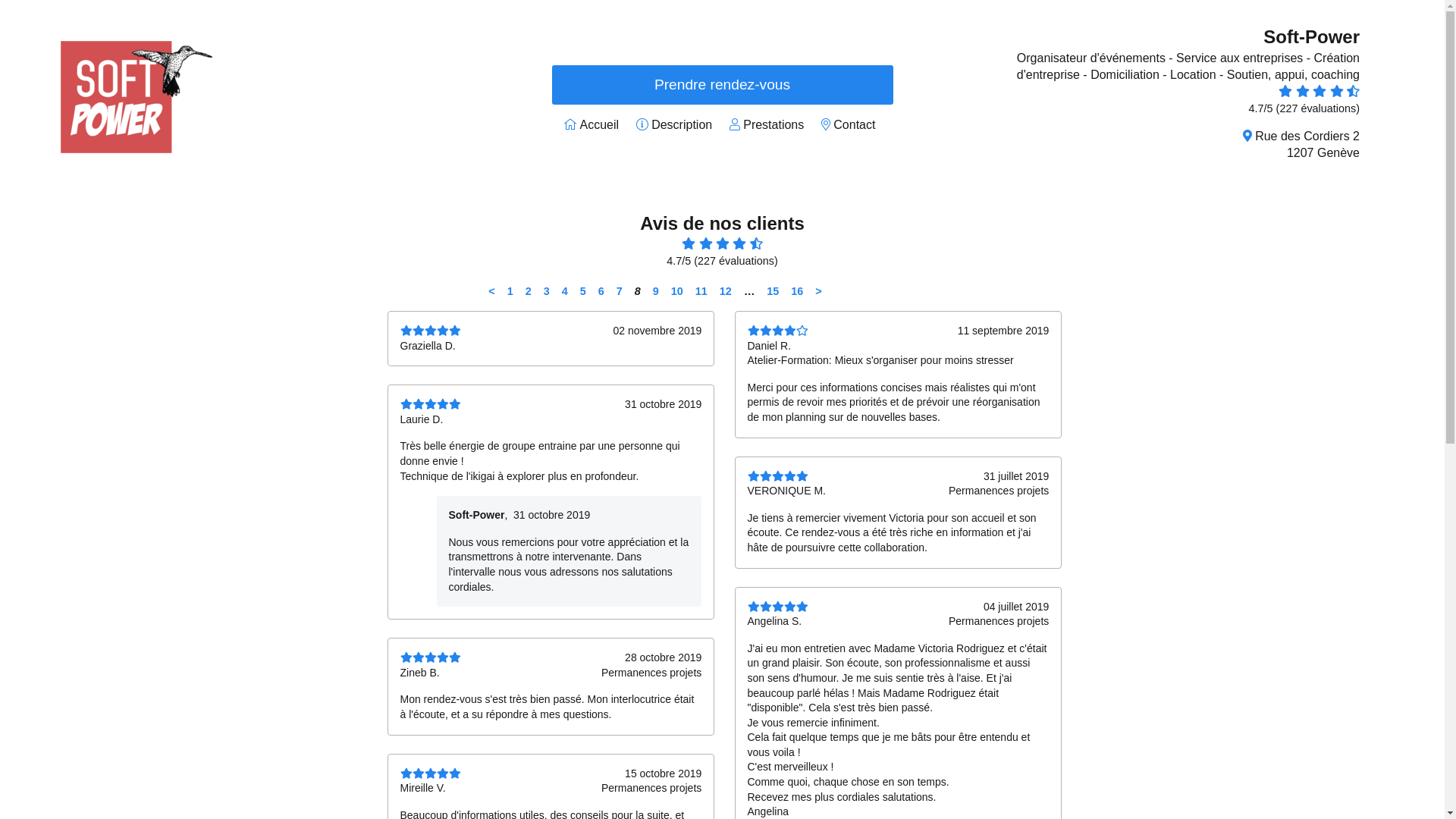 This screenshot has height=819, width=1456. I want to click on 'Description', so click(651, 124).